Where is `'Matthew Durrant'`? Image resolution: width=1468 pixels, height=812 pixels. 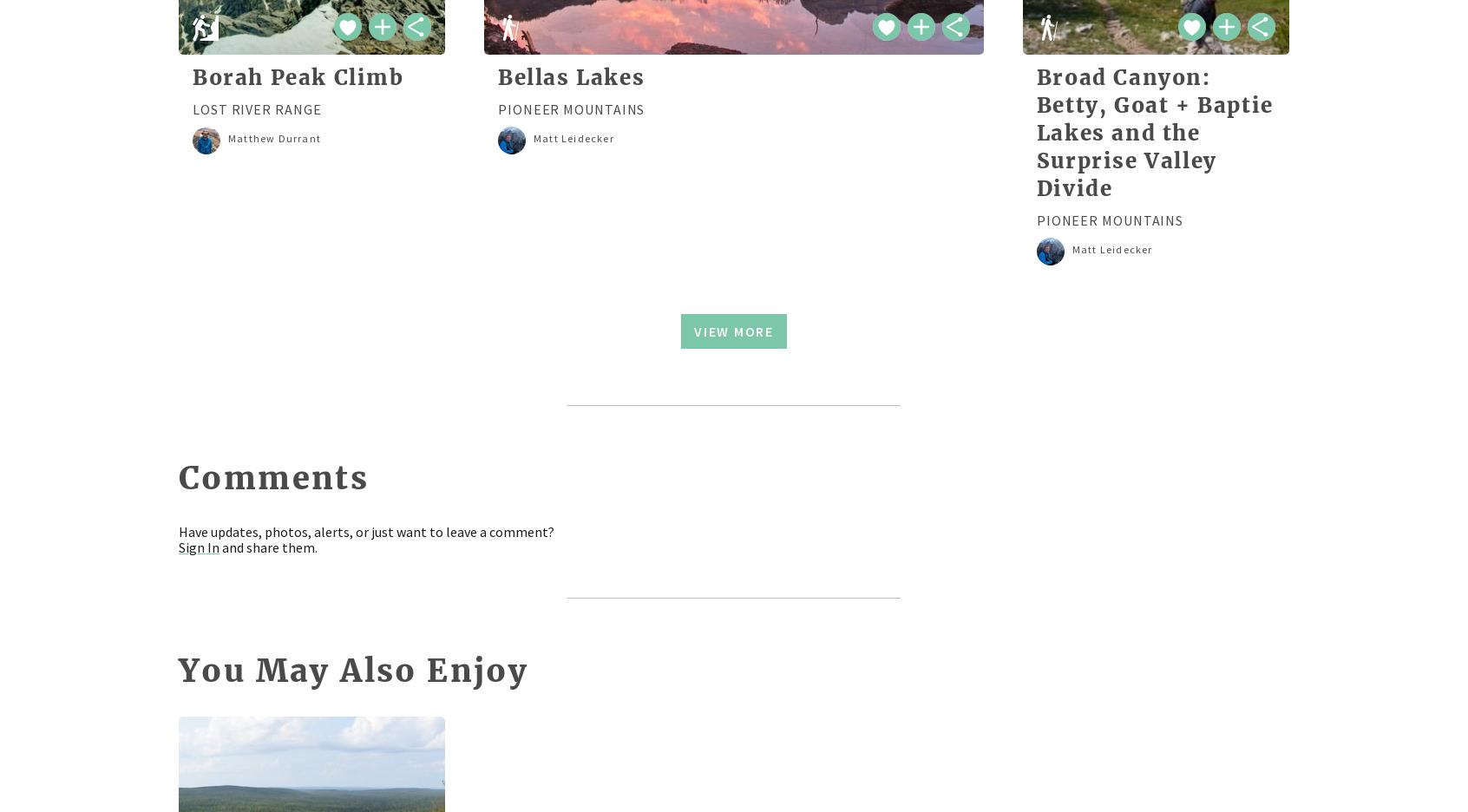
'Matthew Durrant' is located at coordinates (273, 137).